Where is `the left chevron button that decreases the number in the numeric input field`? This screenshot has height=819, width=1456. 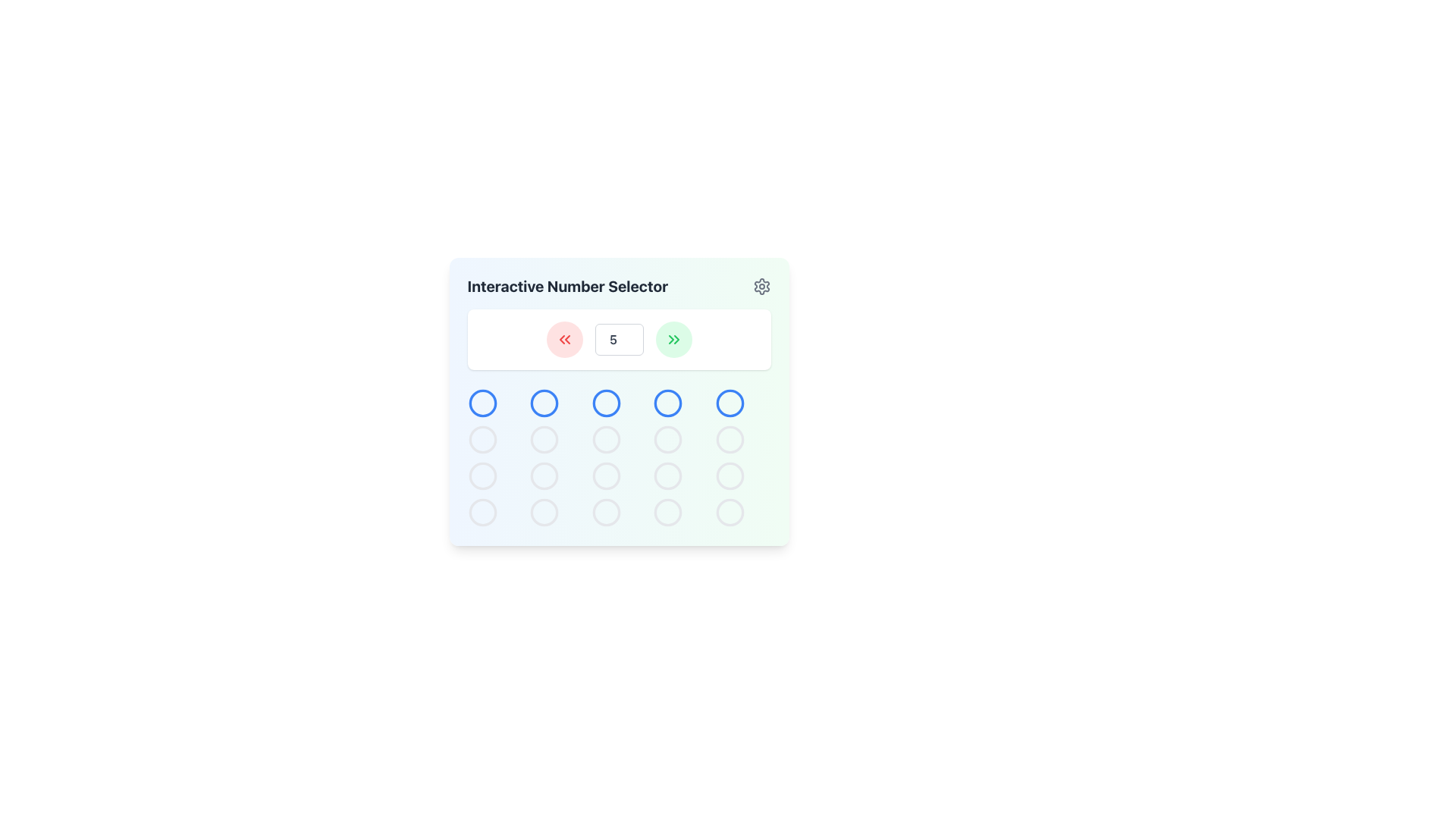
the left chevron button that decreases the number in the numeric input field is located at coordinates (560, 338).